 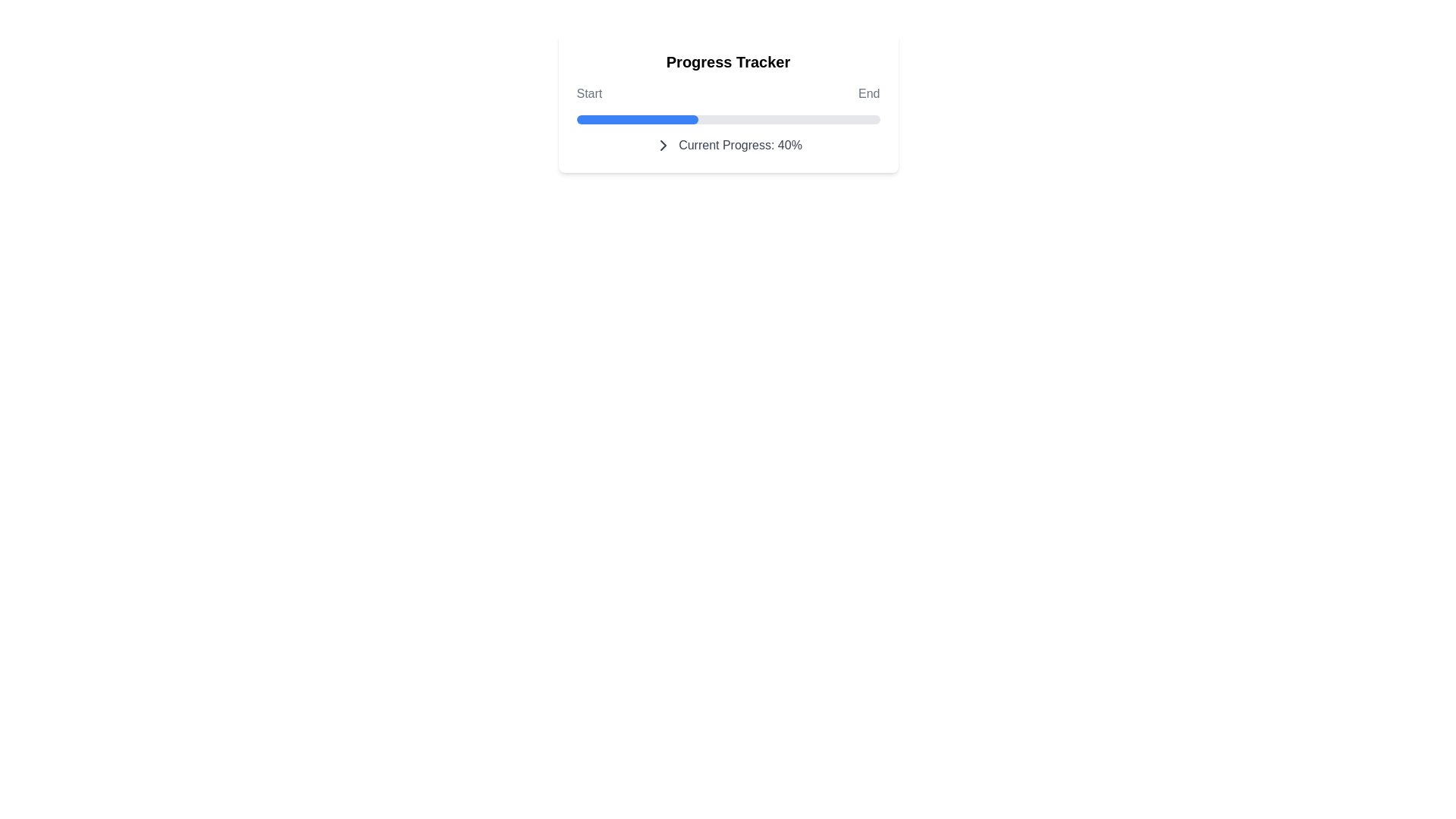 I want to click on the slider to focus it for keyboard interaction, so click(x=880, y=119).